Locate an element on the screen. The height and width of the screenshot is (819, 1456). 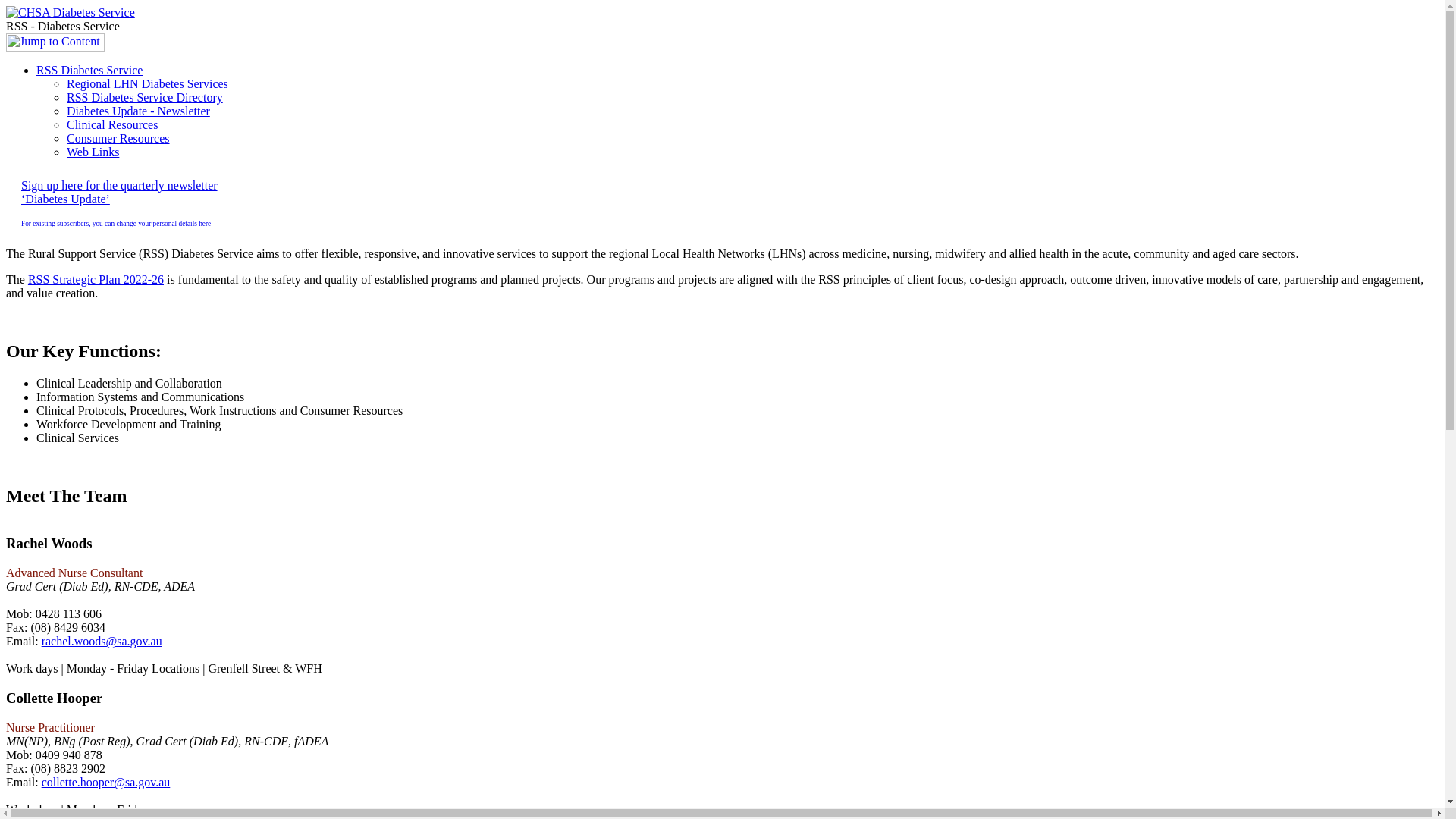
'Web Links' is located at coordinates (65, 152).